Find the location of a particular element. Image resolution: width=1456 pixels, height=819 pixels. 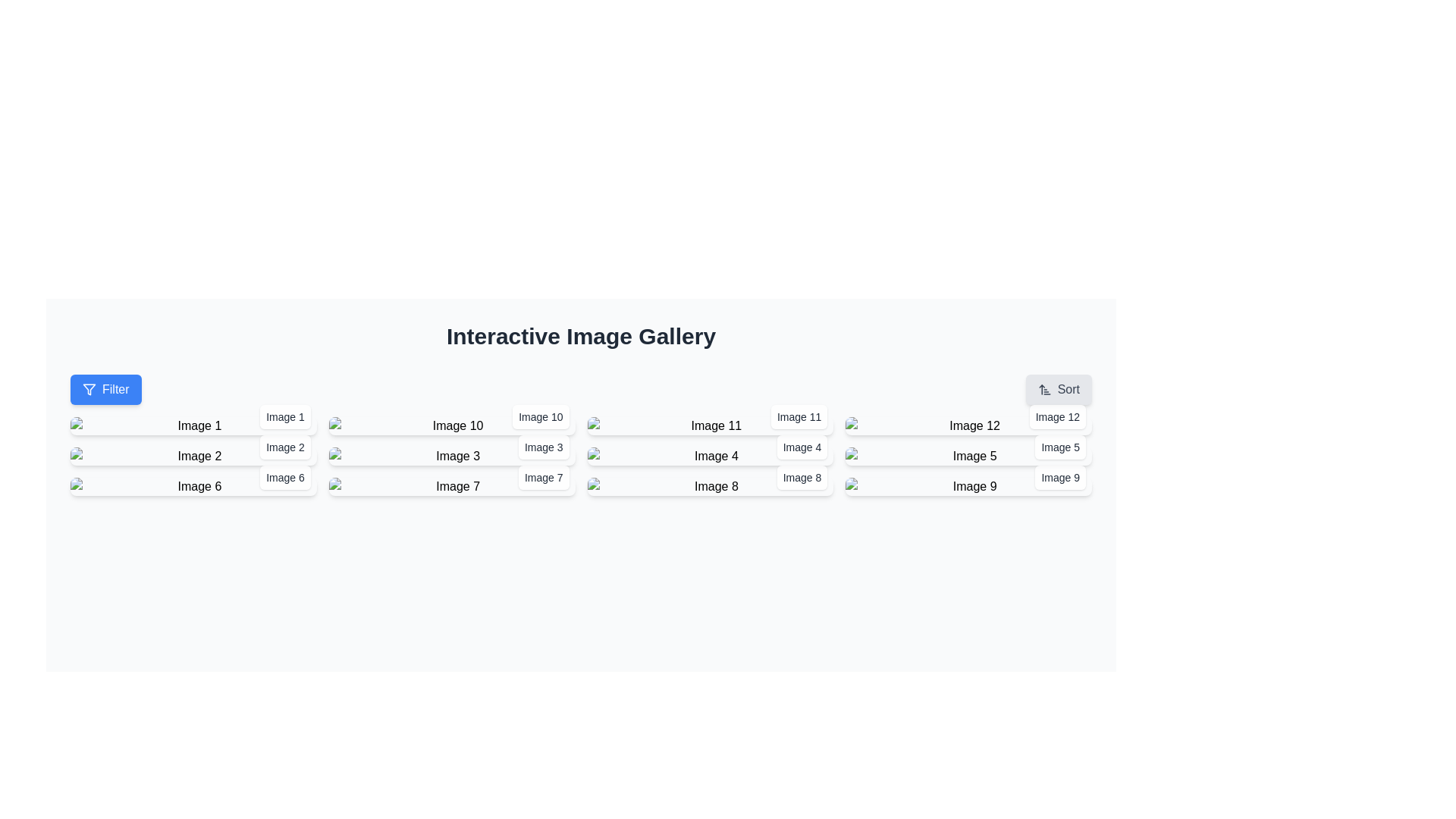

the Image card with caption located in the third column of the first row of the gallery is located at coordinates (709, 426).